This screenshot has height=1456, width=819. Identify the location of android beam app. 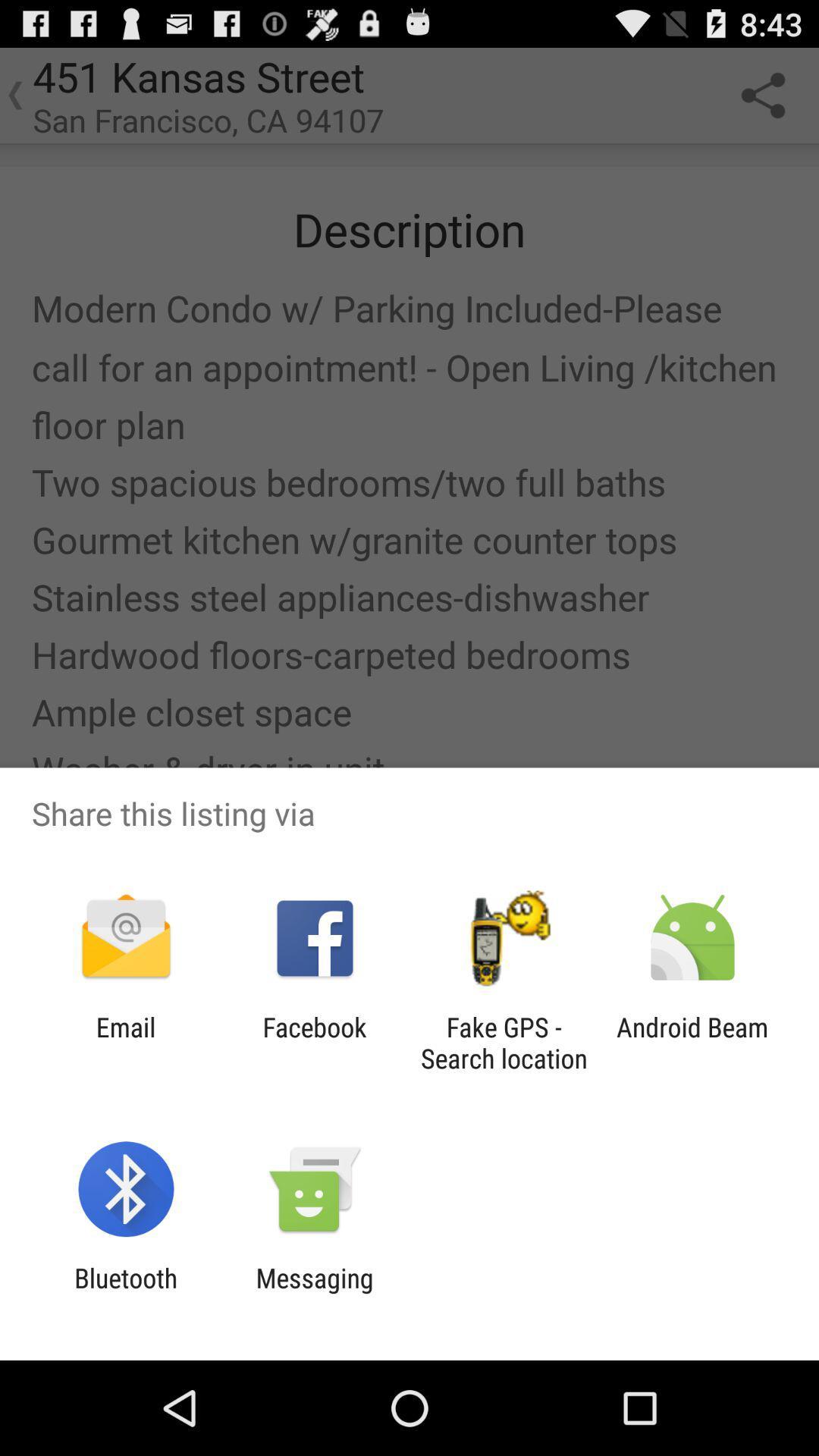
(692, 1042).